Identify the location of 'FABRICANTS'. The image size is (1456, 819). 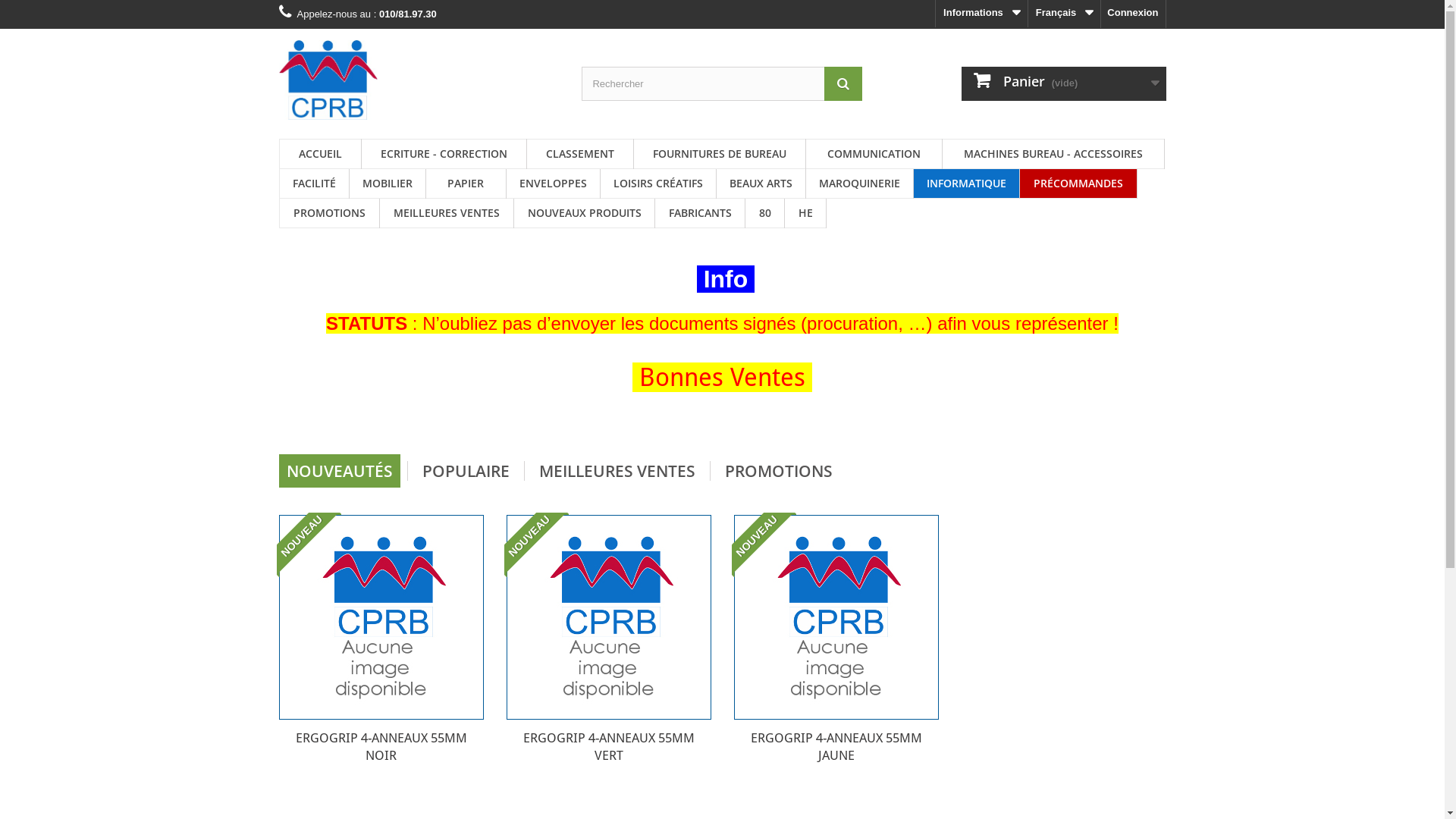
(698, 213).